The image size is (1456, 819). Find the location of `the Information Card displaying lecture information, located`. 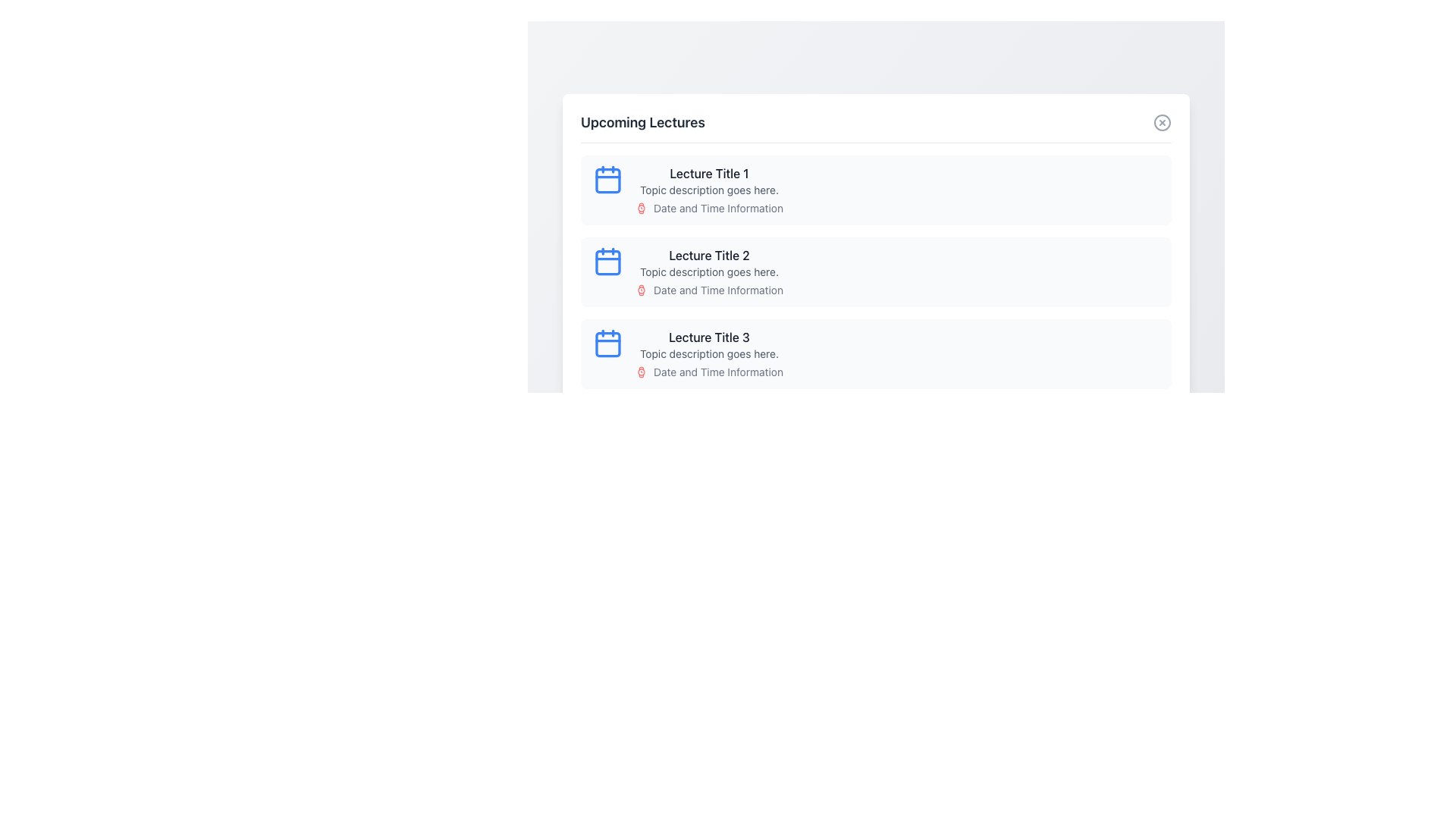

the Information Card displaying lecture information, located is located at coordinates (708, 353).